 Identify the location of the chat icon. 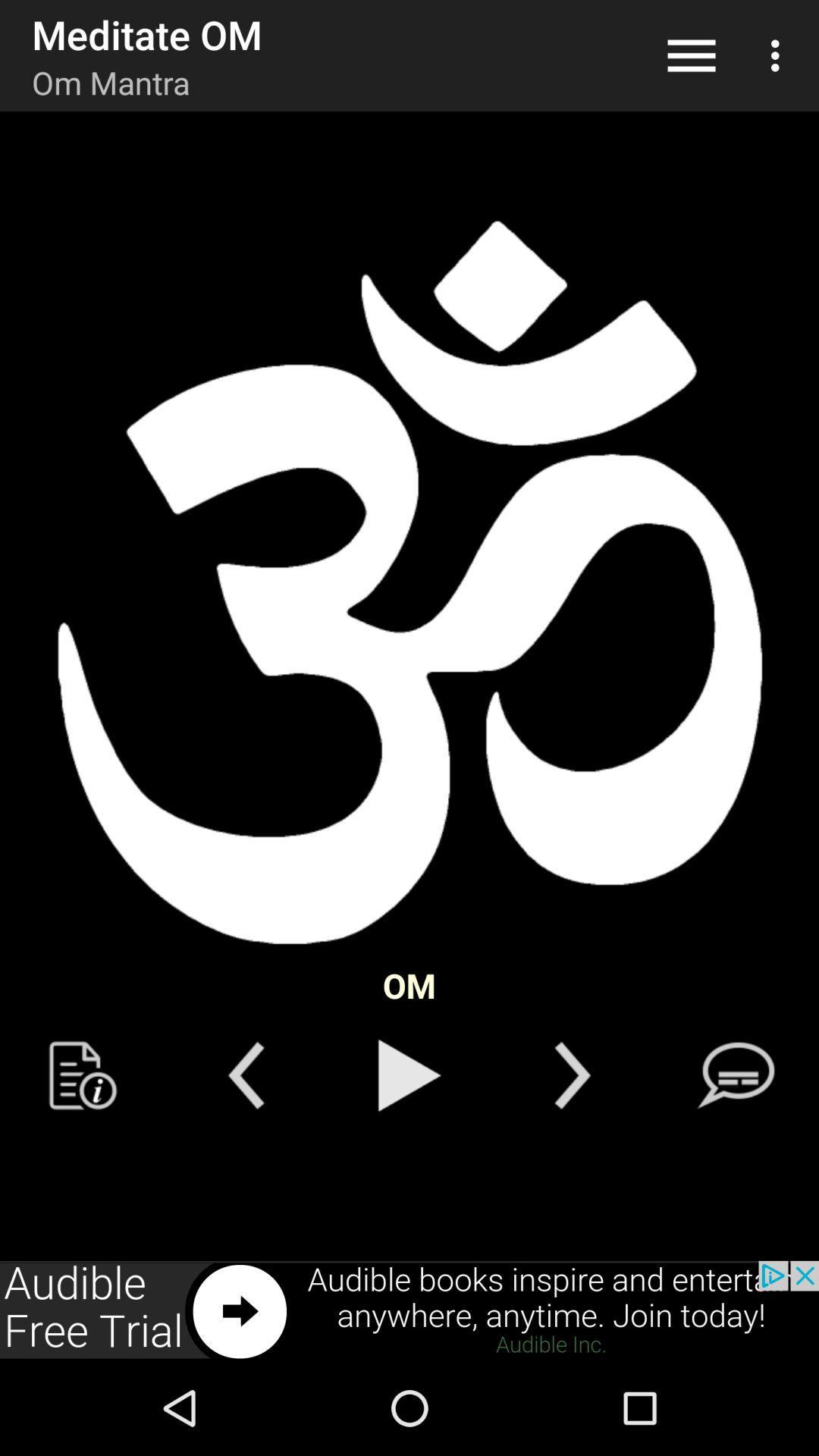
(735, 1075).